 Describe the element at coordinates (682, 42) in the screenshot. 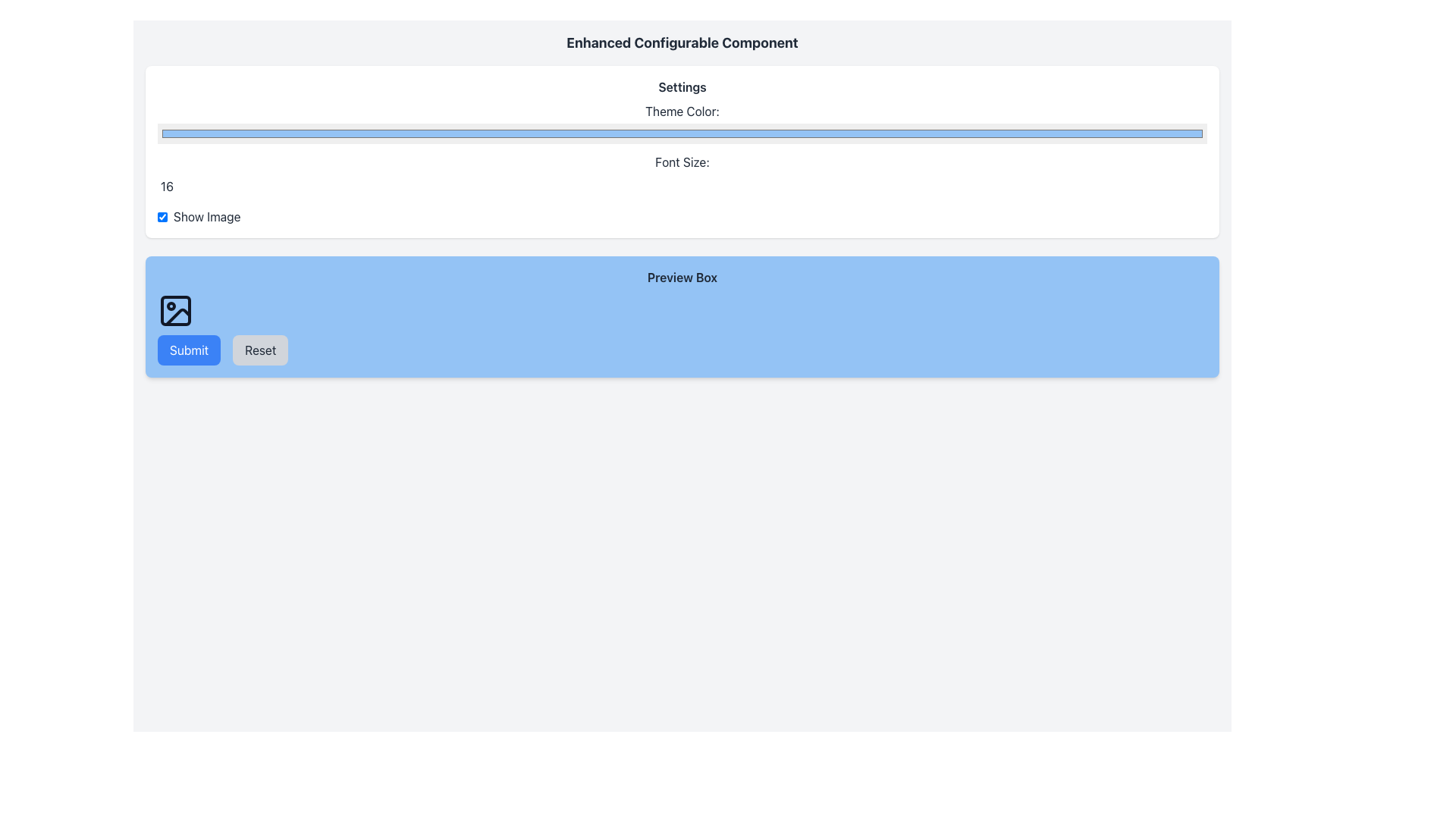

I see `the bold text header labeled 'Enhanced Configurable Component' located at the top of the section` at that location.